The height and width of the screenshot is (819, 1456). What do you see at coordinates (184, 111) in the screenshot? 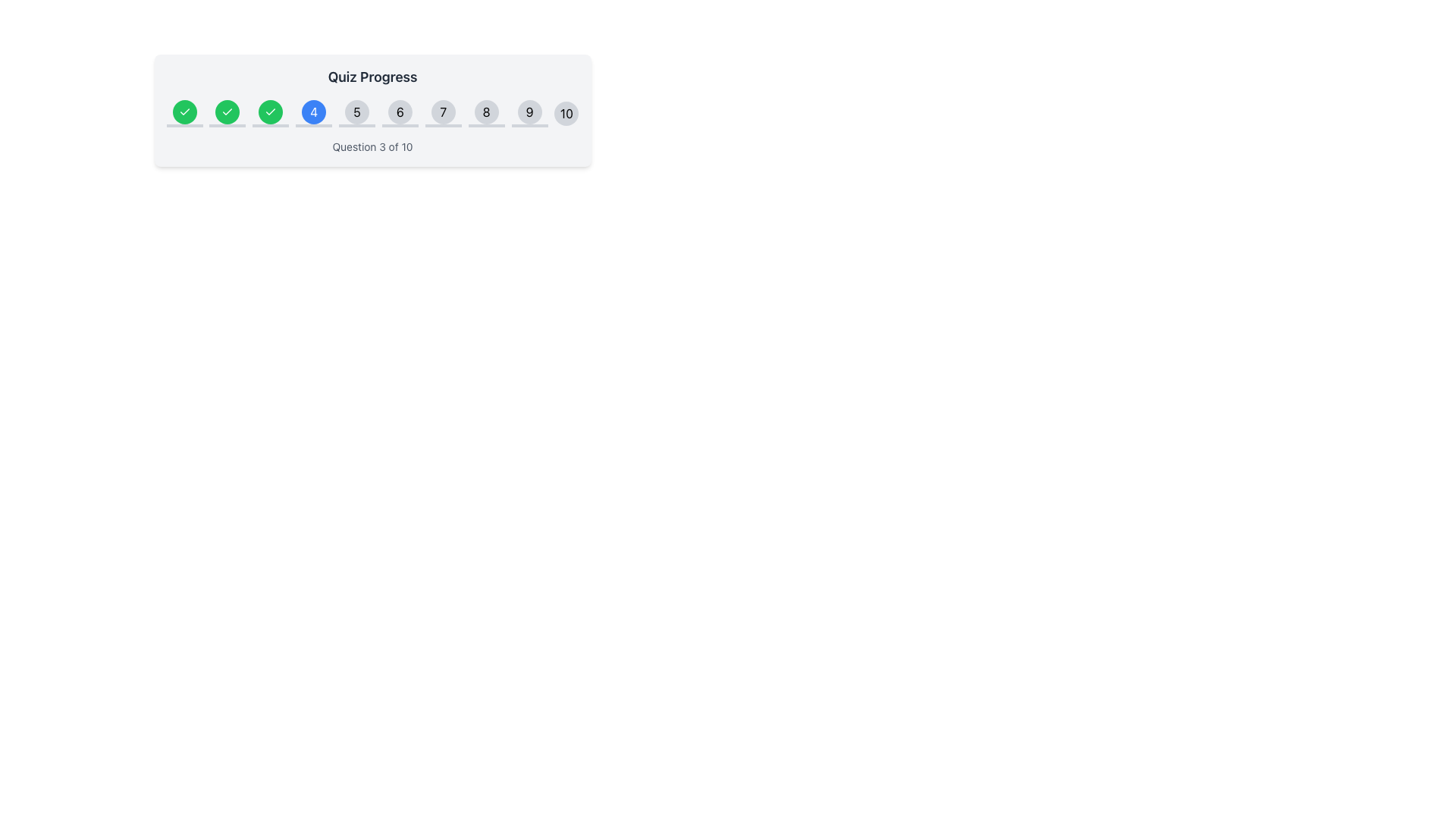
I see `the Status indicator icon that represents a completed step in the Quiz Progress section, located in the top-left region of the interface` at bounding box center [184, 111].